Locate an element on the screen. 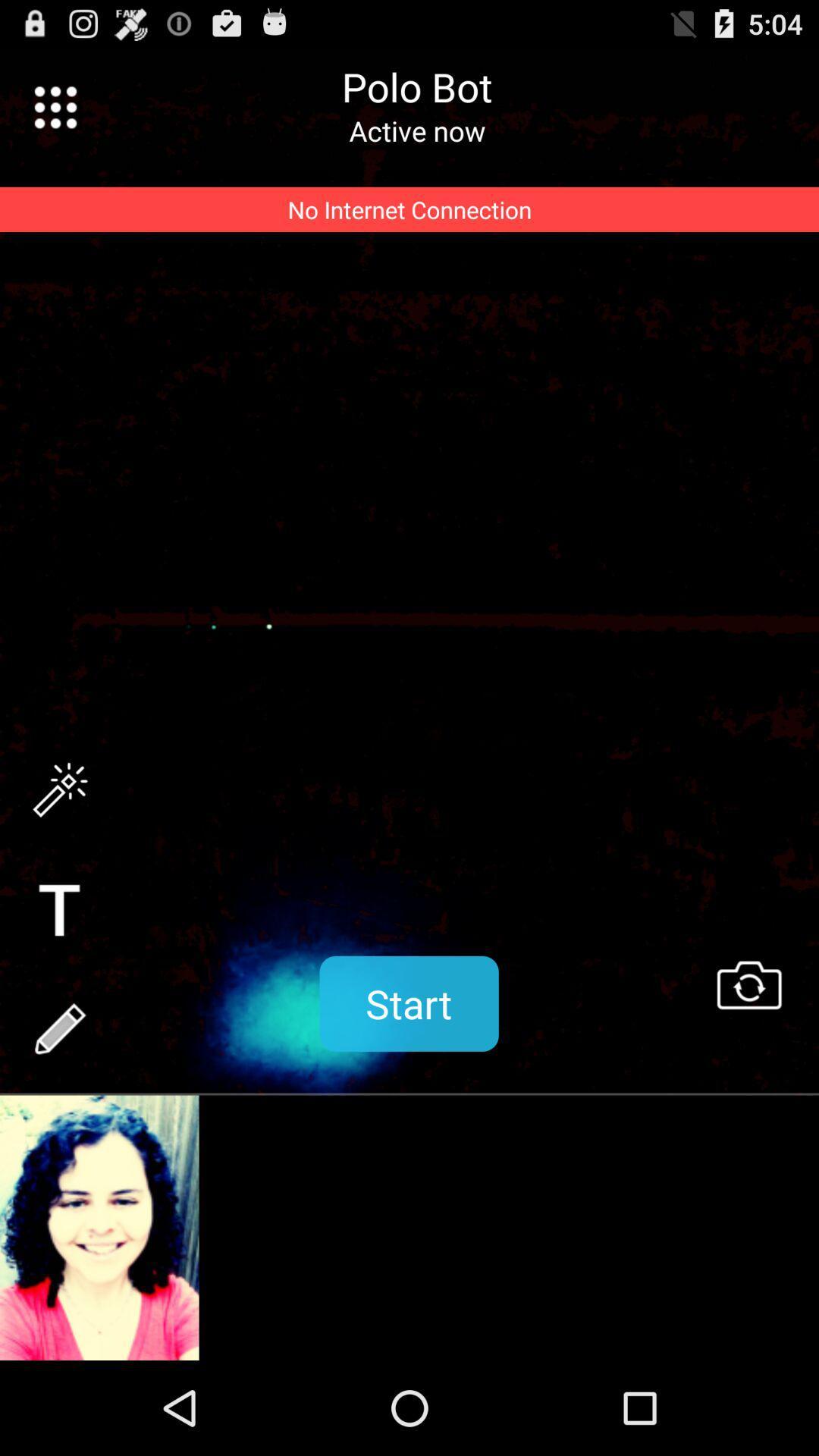 This screenshot has height=1456, width=819. the swap icon is located at coordinates (748, 1054).